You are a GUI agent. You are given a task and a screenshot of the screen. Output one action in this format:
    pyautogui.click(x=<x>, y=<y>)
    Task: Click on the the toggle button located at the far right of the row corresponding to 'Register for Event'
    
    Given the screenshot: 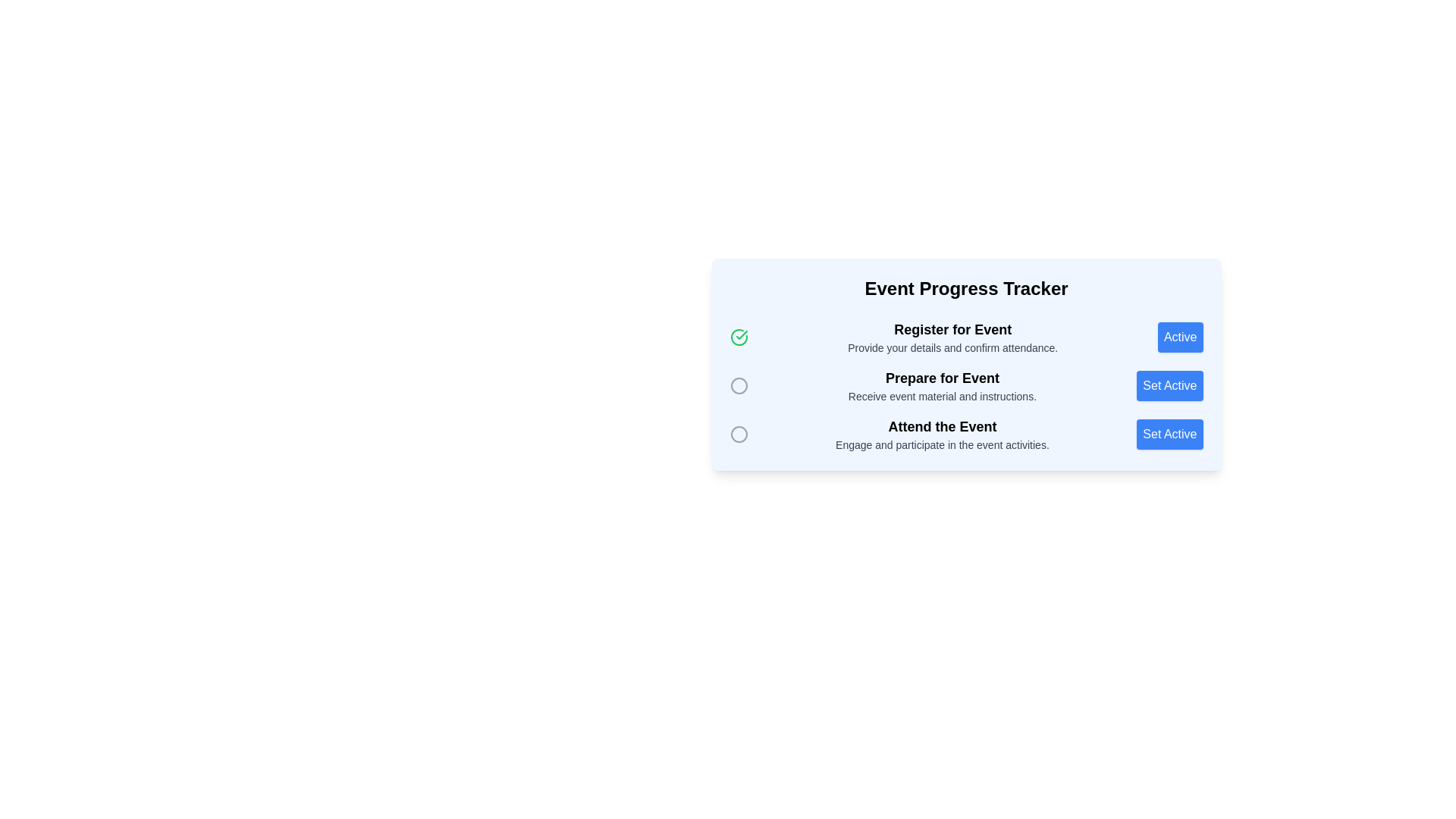 What is the action you would take?
    pyautogui.click(x=1179, y=336)
    